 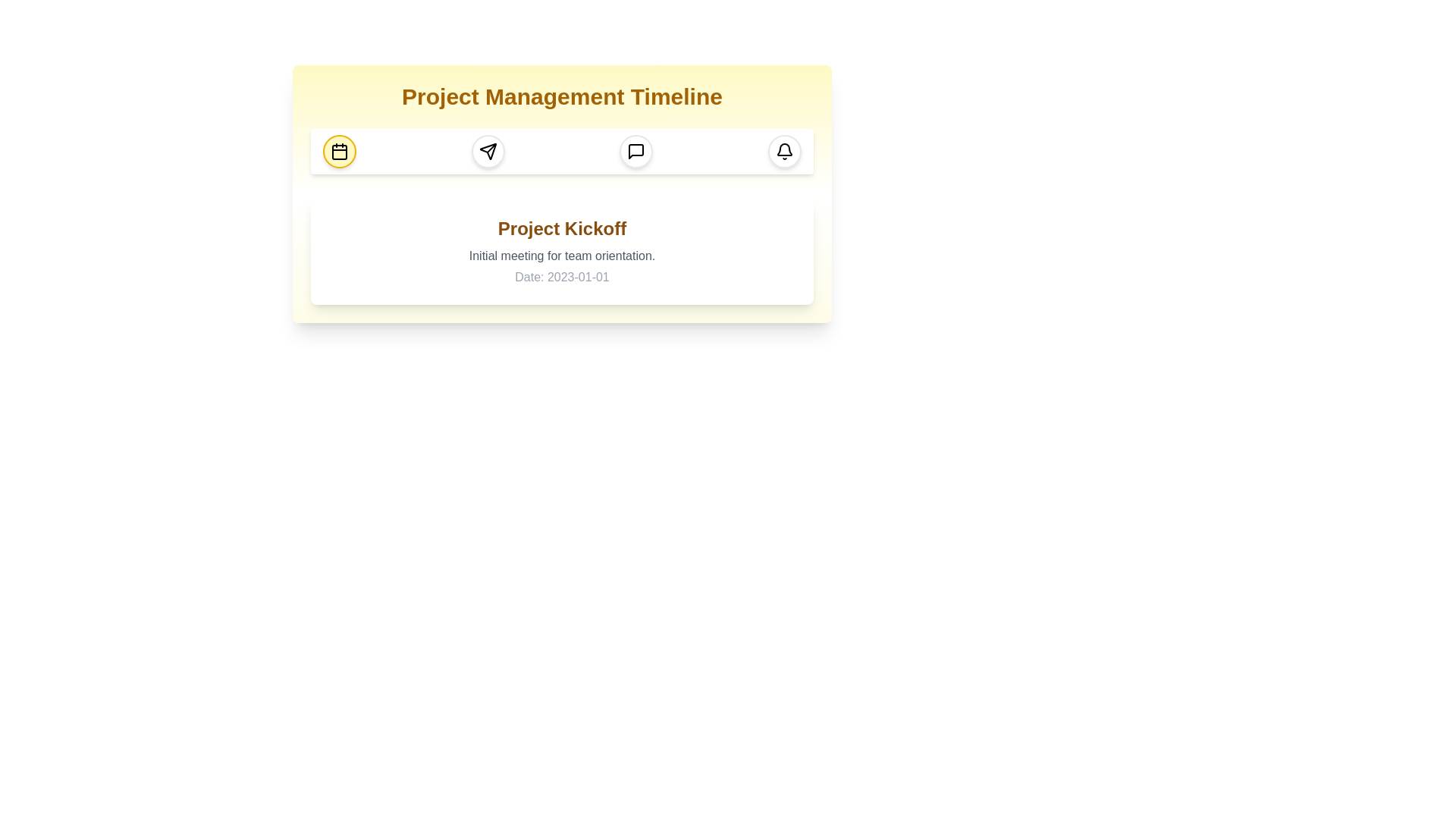 I want to click on the calendar icon styled in black and white located within a circular yellow background under the 'Project Management Timeline' title to trigger tooltip or highlight effects, so click(x=338, y=152).